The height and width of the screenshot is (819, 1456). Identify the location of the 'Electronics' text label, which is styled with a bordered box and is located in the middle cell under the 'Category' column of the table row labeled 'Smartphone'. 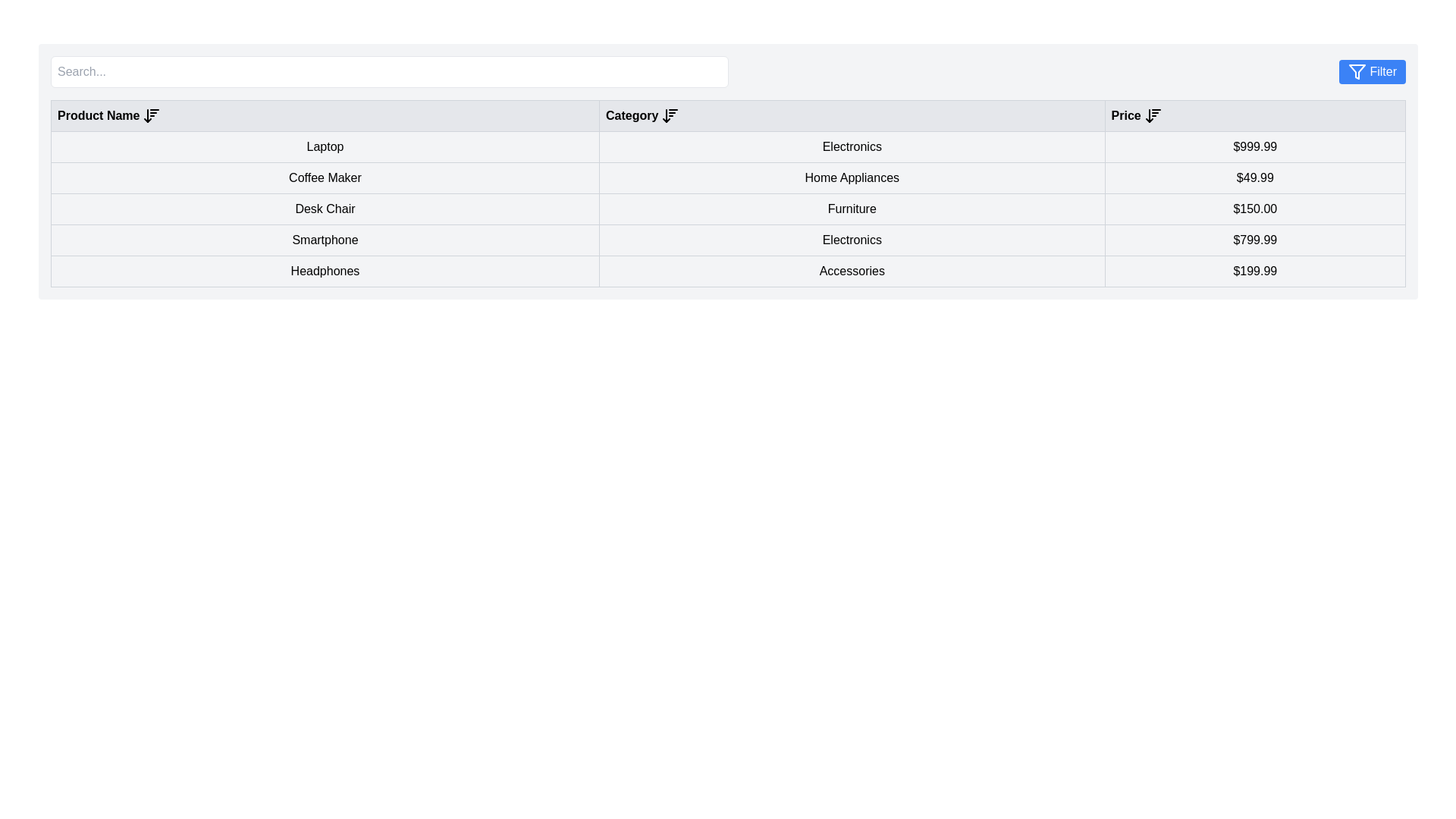
(852, 239).